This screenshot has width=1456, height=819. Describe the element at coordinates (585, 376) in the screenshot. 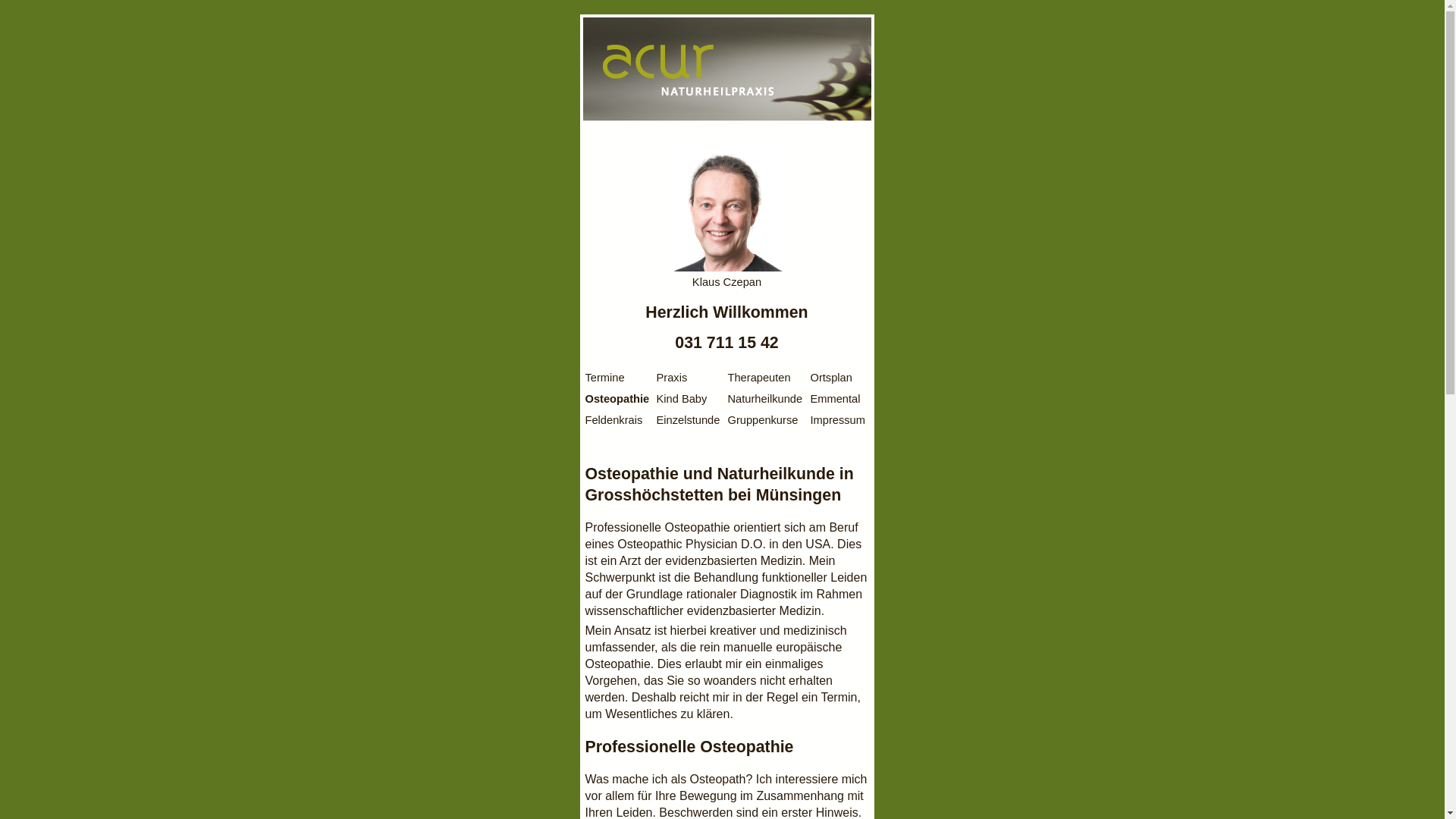

I see `'Termine'` at that location.